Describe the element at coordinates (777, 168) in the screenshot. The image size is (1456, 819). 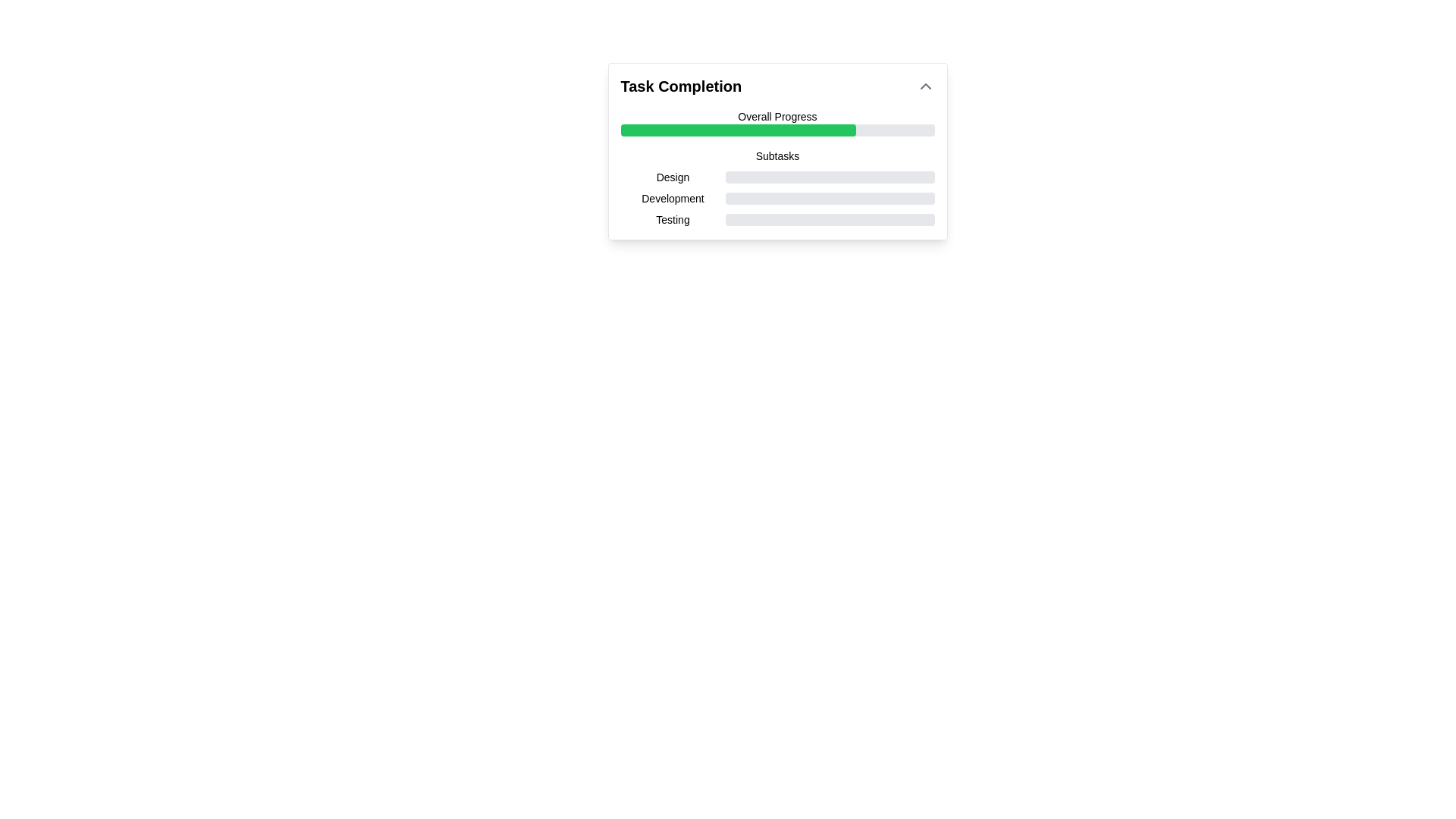
I see `the individual subtasks within the Progress tracker to retrieve detailed information about their completion levels` at that location.